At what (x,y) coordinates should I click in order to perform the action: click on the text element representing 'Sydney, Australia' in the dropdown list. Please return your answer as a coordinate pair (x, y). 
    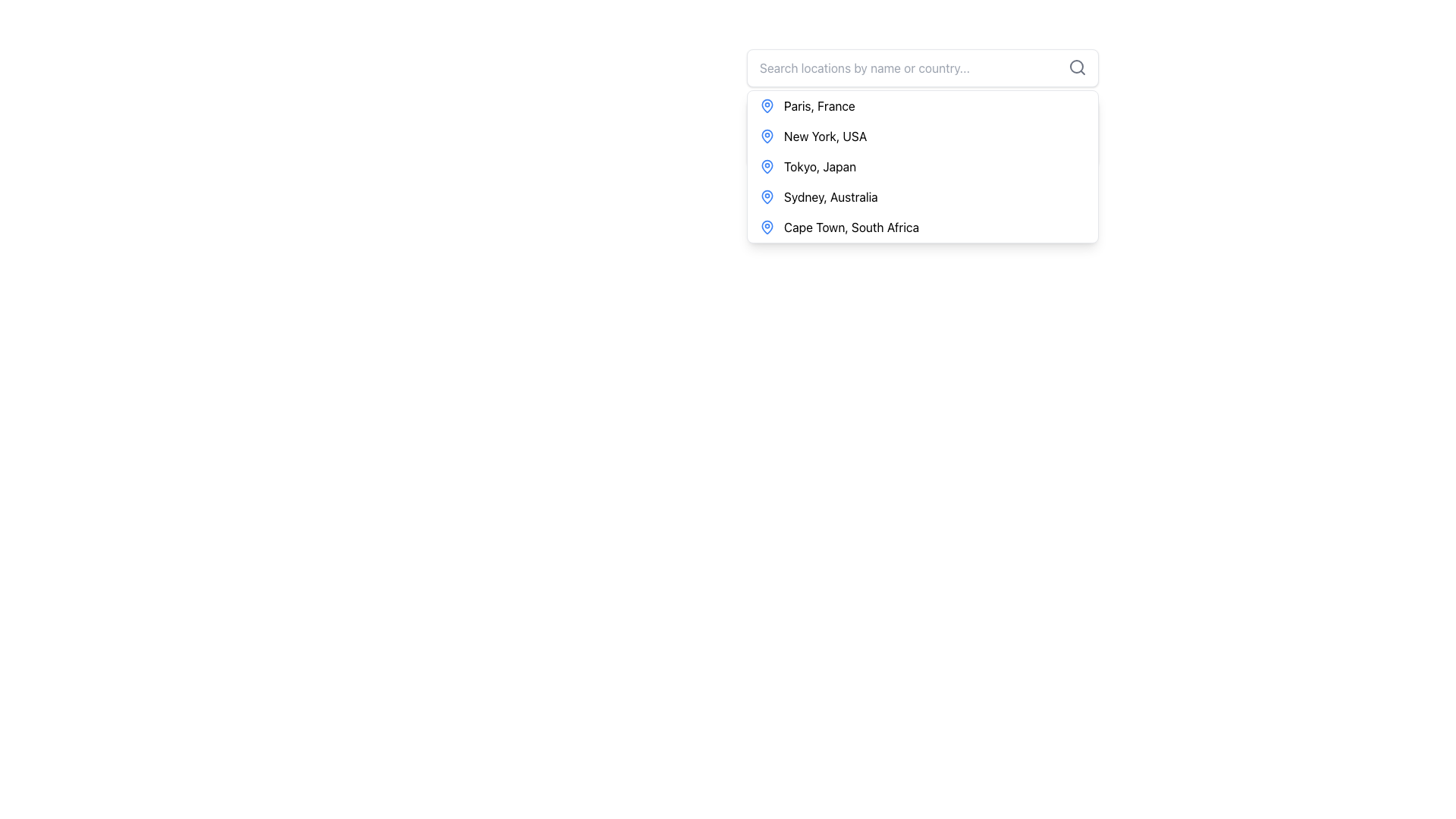
    Looking at the image, I should click on (830, 196).